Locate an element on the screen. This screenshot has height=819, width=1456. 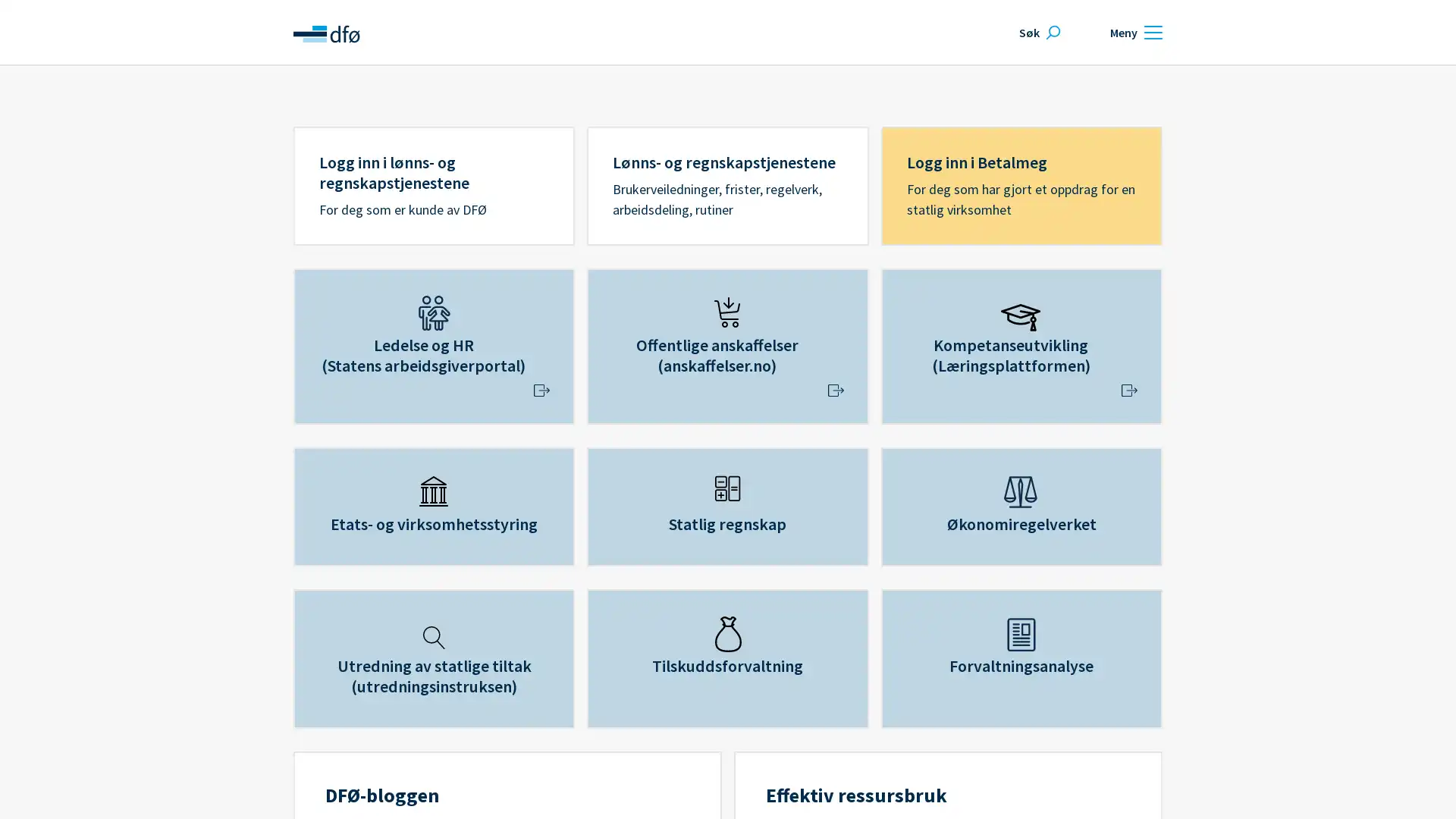
Apne meny is located at coordinates (1134, 32).